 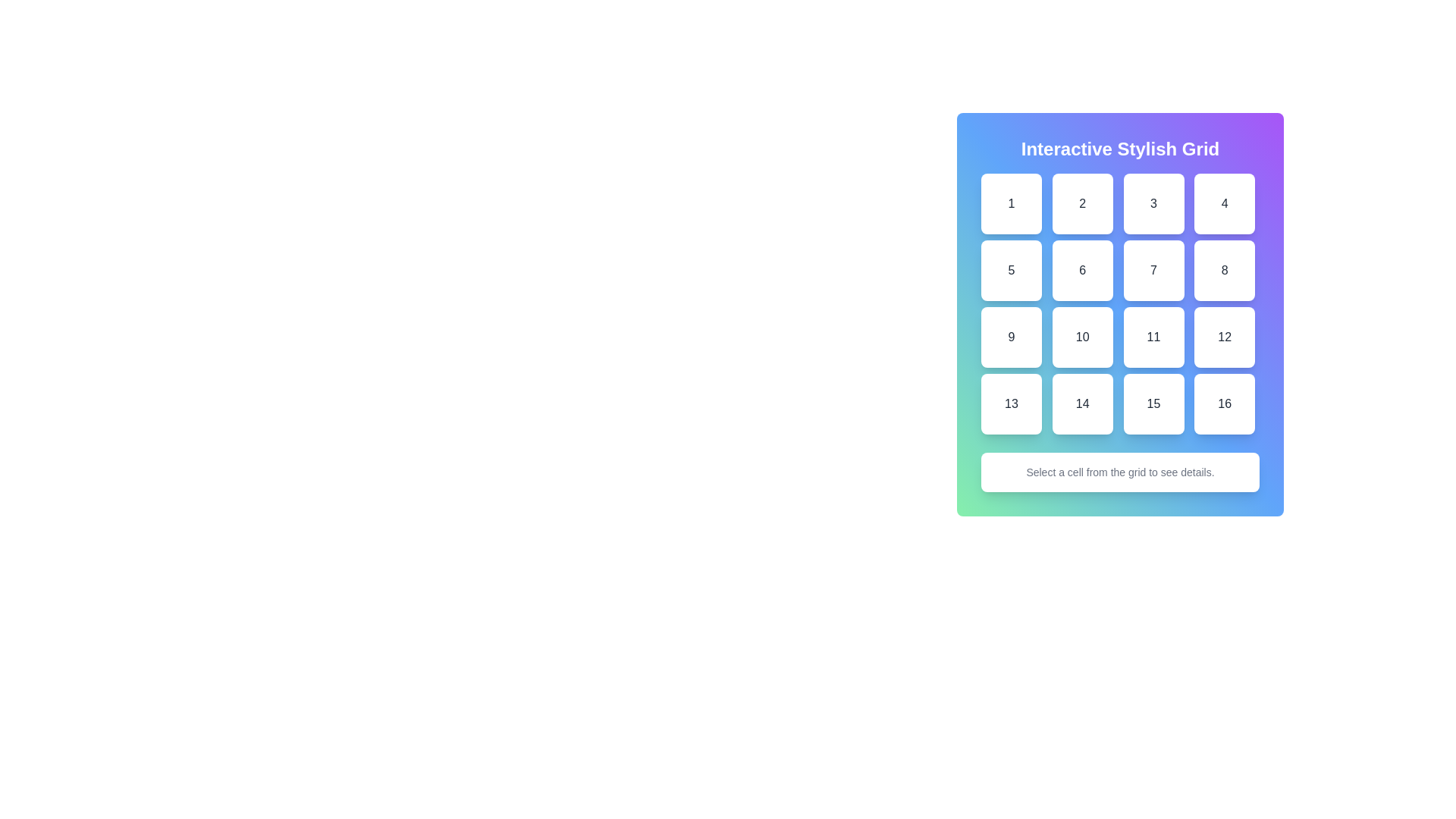 What do you see at coordinates (1012, 270) in the screenshot?
I see `the square button with a white background and a bold numeral '5' in gray, located in the second row of the 4x4 grid under 'Interactive Stylish Grid'` at bounding box center [1012, 270].